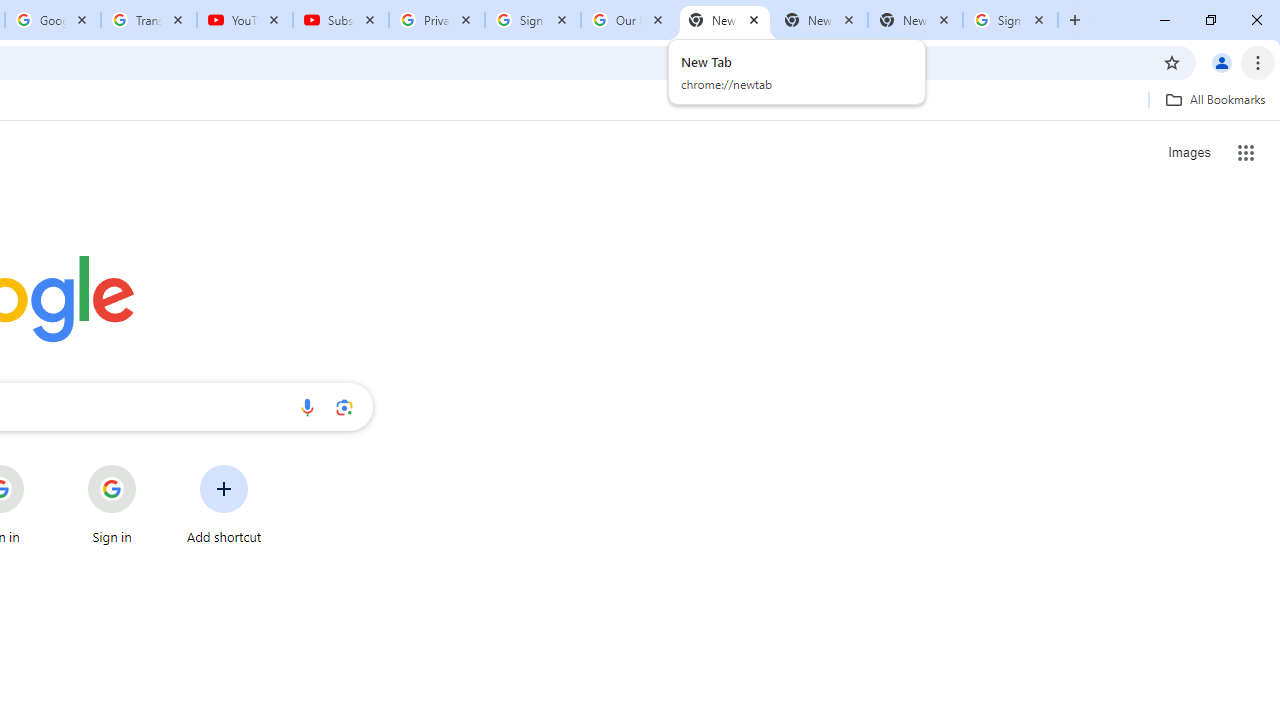 The image size is (1280, 720). I want to click on 'Sign in - Google Accounts', so click(533, 20).